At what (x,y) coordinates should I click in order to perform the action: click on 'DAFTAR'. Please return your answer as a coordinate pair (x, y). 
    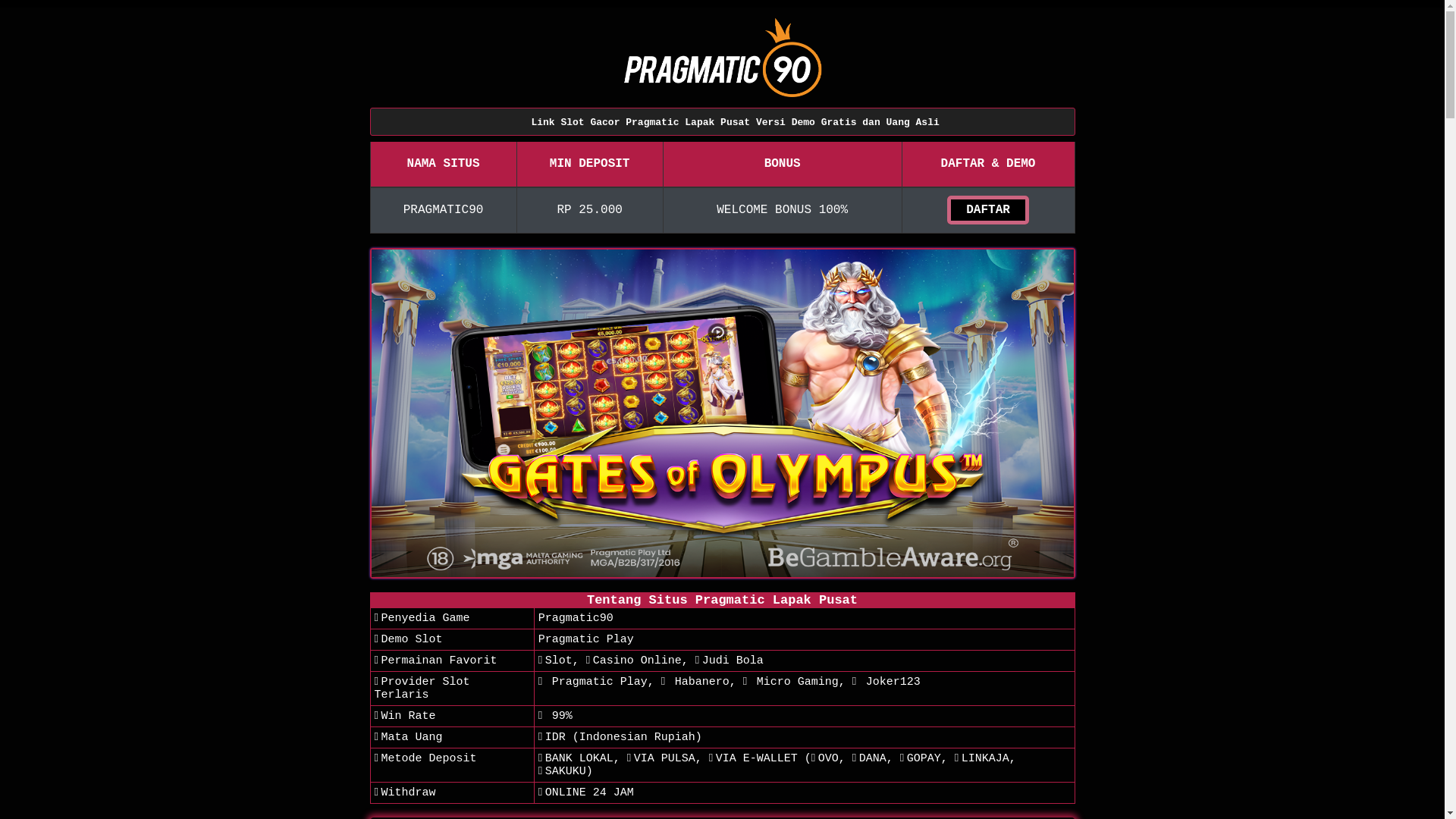
    Looking at the image, I should click on (987, 210).